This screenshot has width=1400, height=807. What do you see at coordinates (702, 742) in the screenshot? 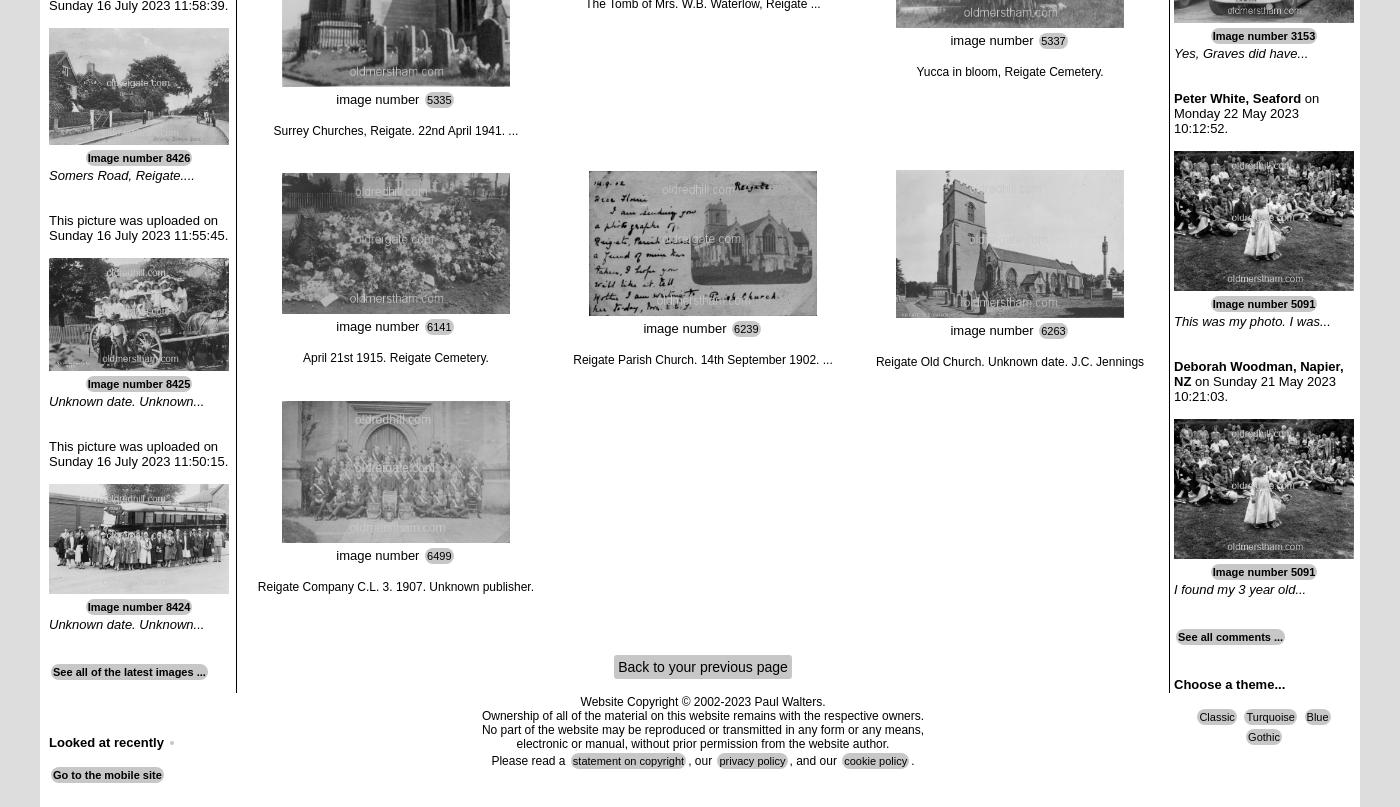
I see `'electronic or manual, without prior permission from the website author.'` at bounding box center [702, 742].